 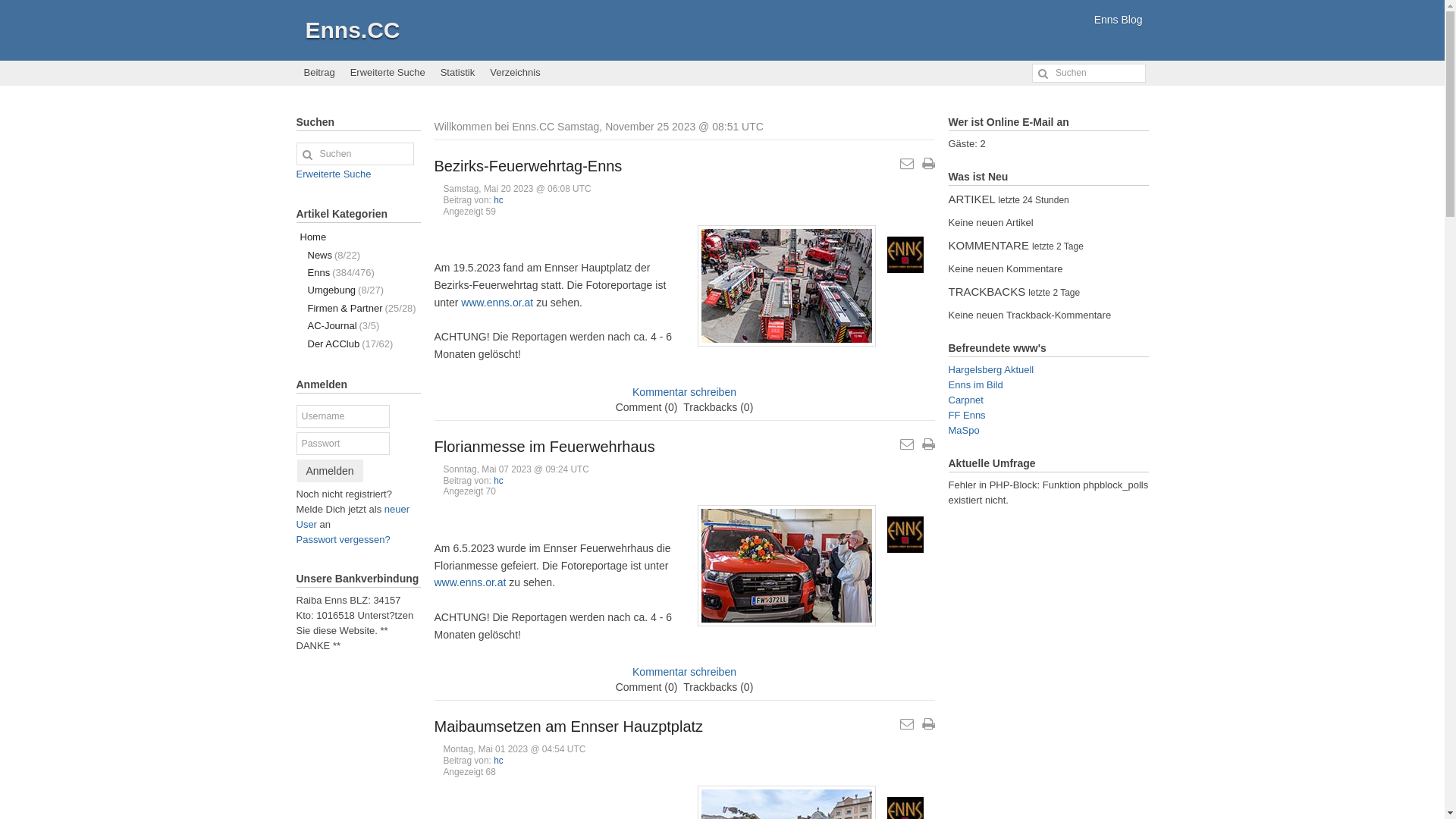 I want to click on 'News(8/22)', so click(x=356, y=254).